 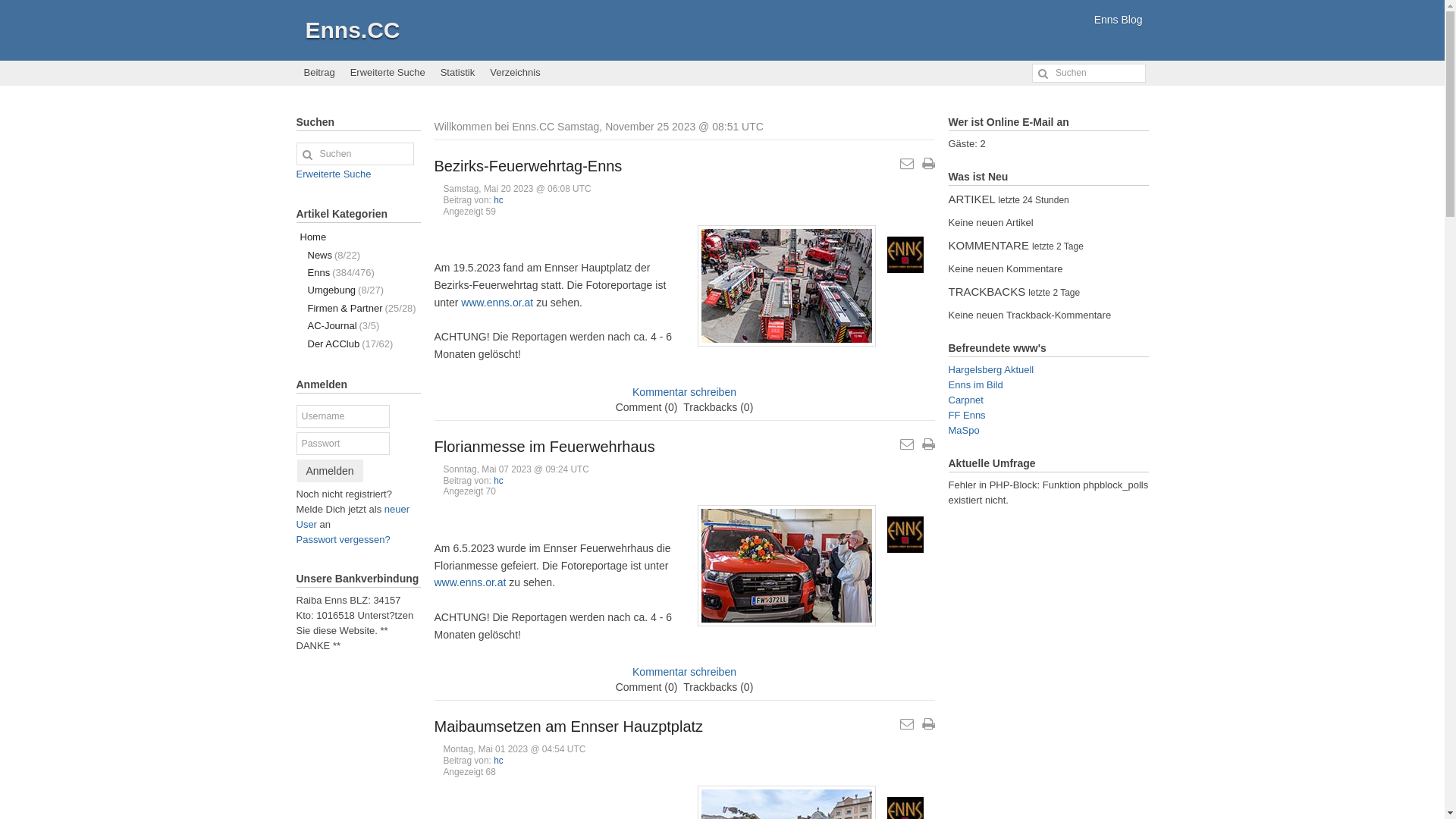 I want to click on 'News(8/22)', so click(x=356, y=254).